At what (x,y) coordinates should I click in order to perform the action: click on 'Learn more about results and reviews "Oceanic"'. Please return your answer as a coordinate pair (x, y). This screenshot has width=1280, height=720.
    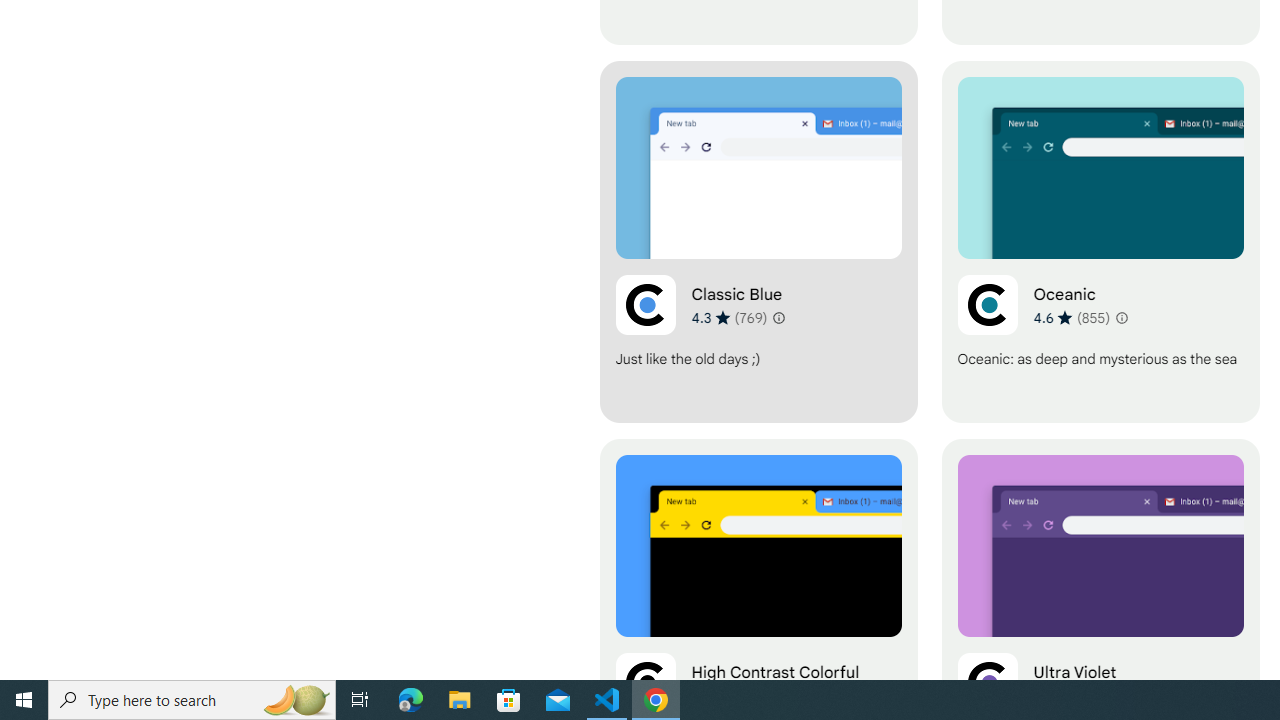
    Looking at the image, I should click on (1120, 316).